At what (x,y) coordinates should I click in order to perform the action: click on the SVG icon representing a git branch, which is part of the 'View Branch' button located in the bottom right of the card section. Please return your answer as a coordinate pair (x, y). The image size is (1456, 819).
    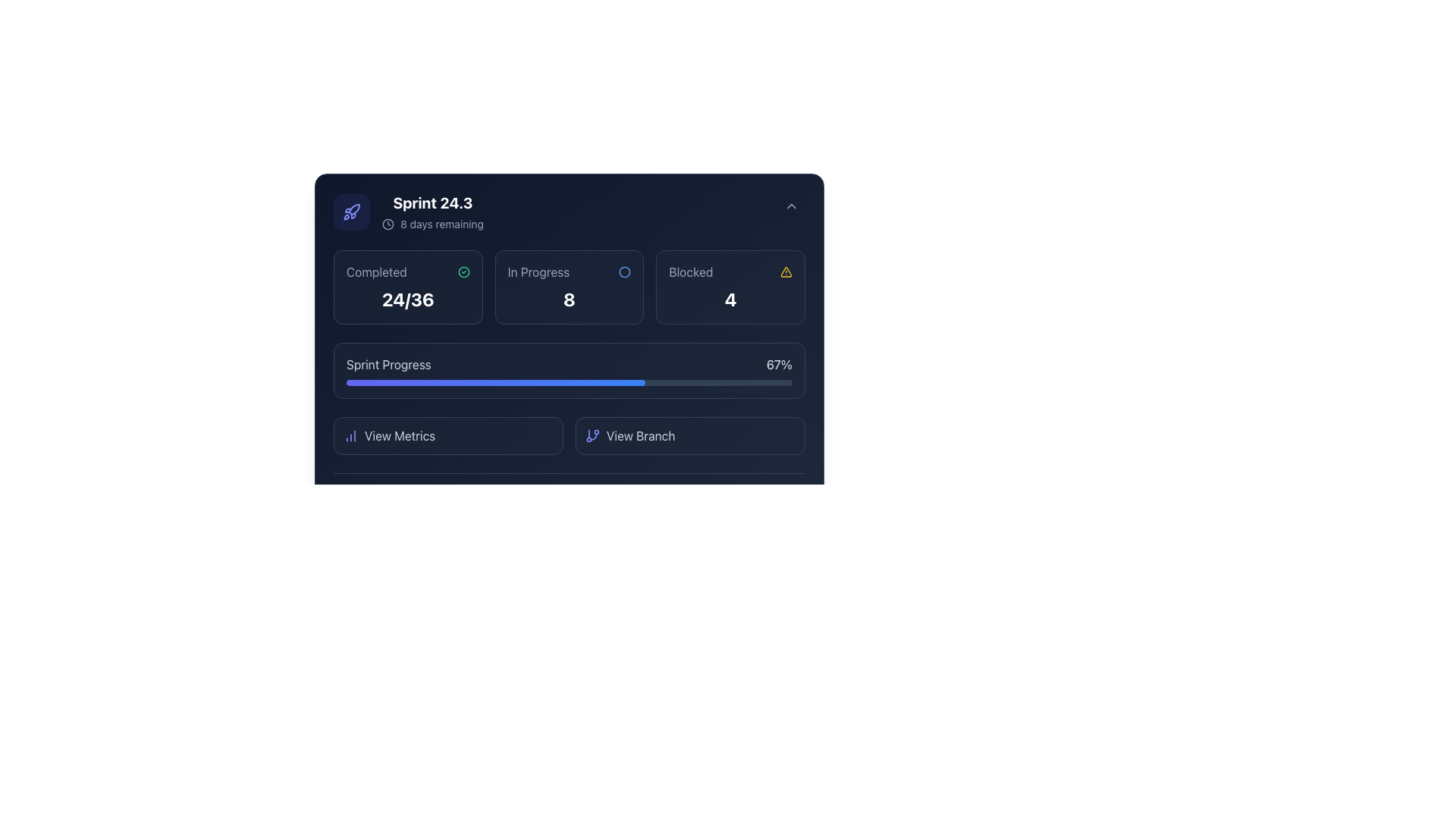
    Looking at the image, I should click on (592, 435).